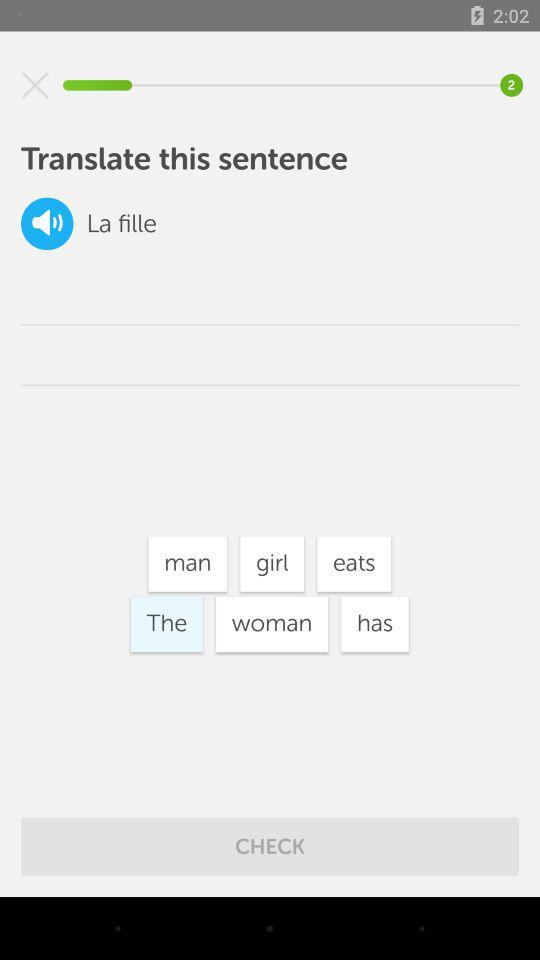  Describe the element at coordinates (98, 223) in the screenshot. I see `the item to the left of   icon` at that location.